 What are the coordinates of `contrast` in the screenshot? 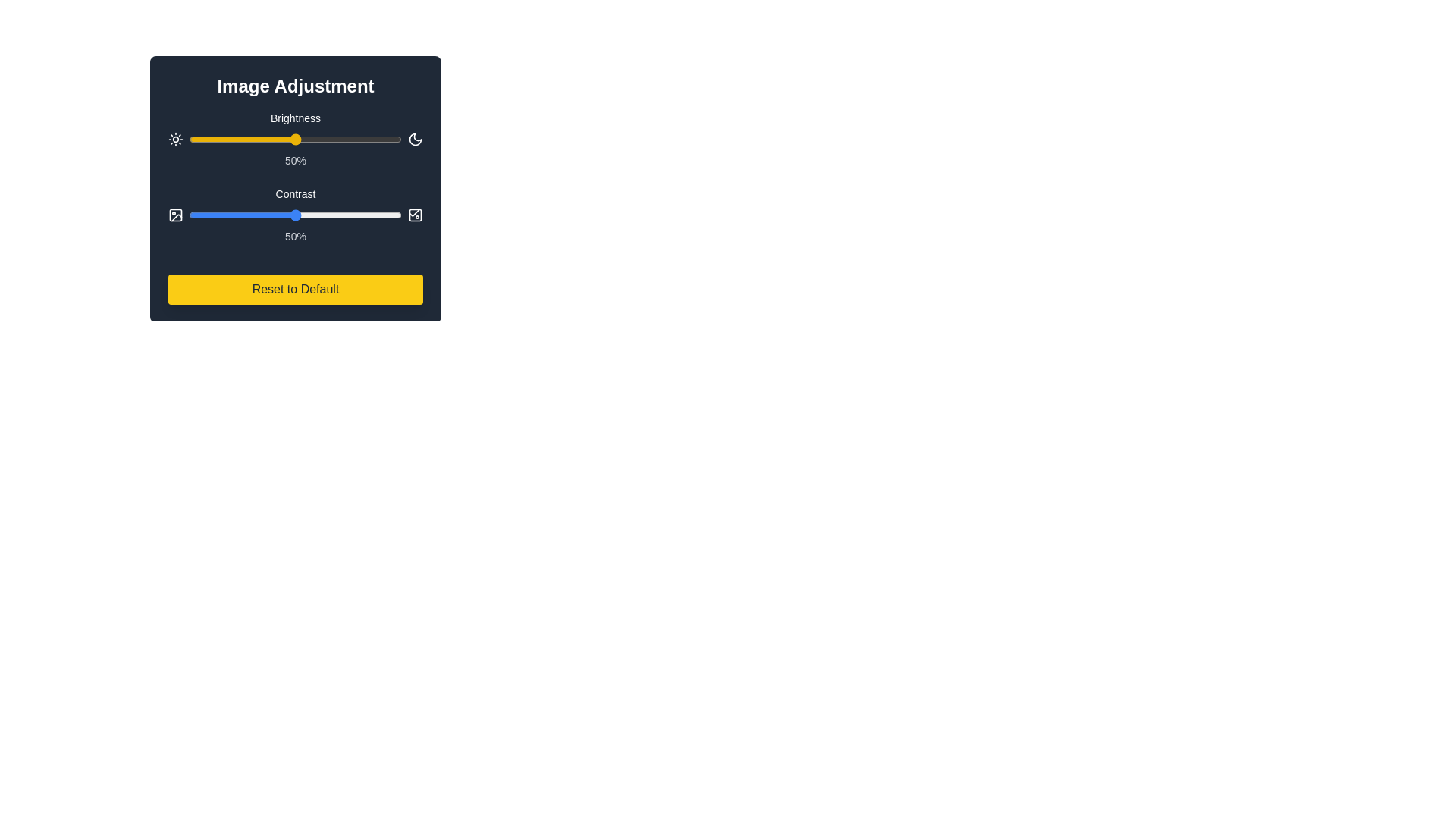 It's located at (305, 215).